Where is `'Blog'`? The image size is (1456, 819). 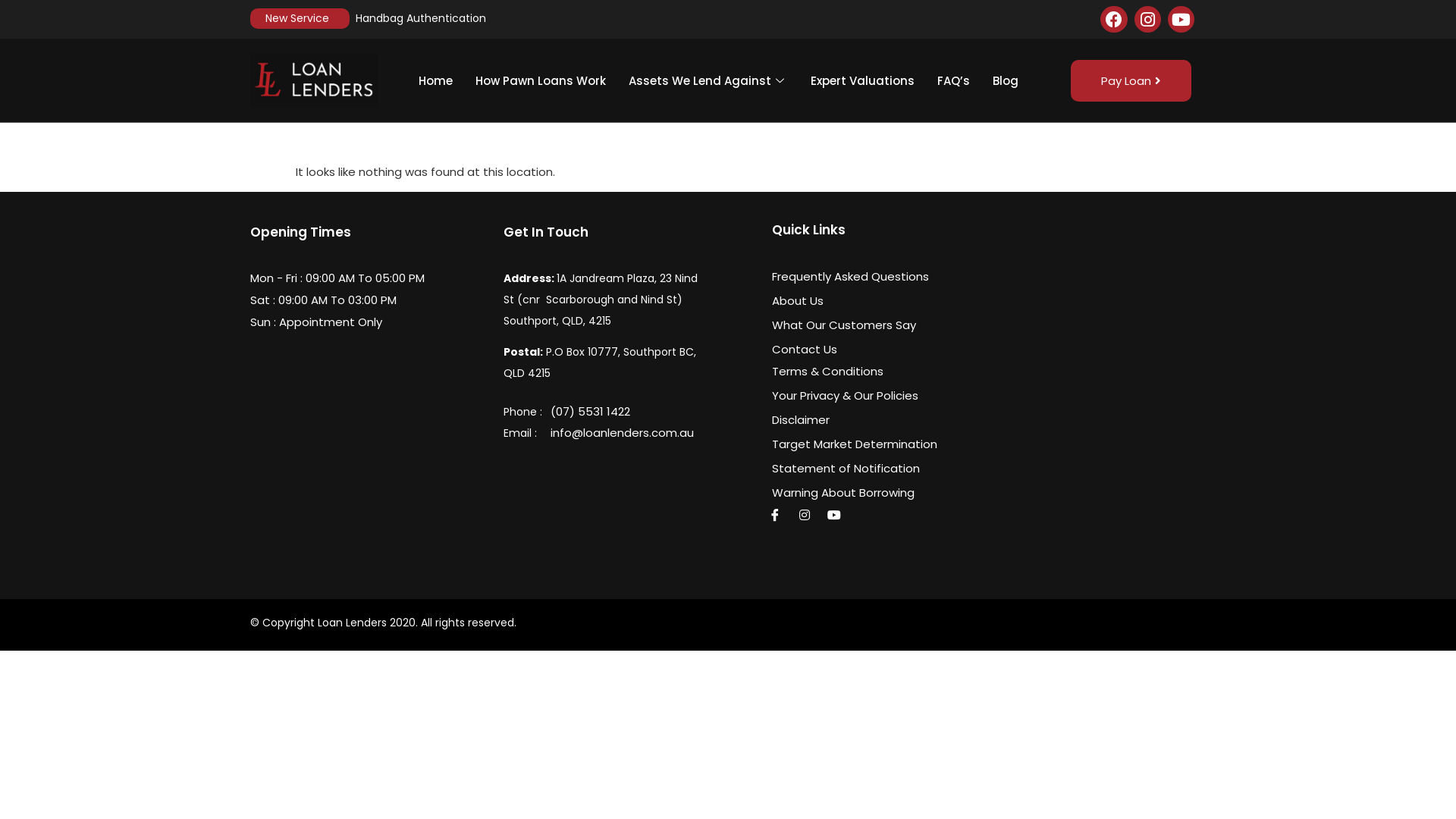
'Blog' is located at coordinates (981, 80).